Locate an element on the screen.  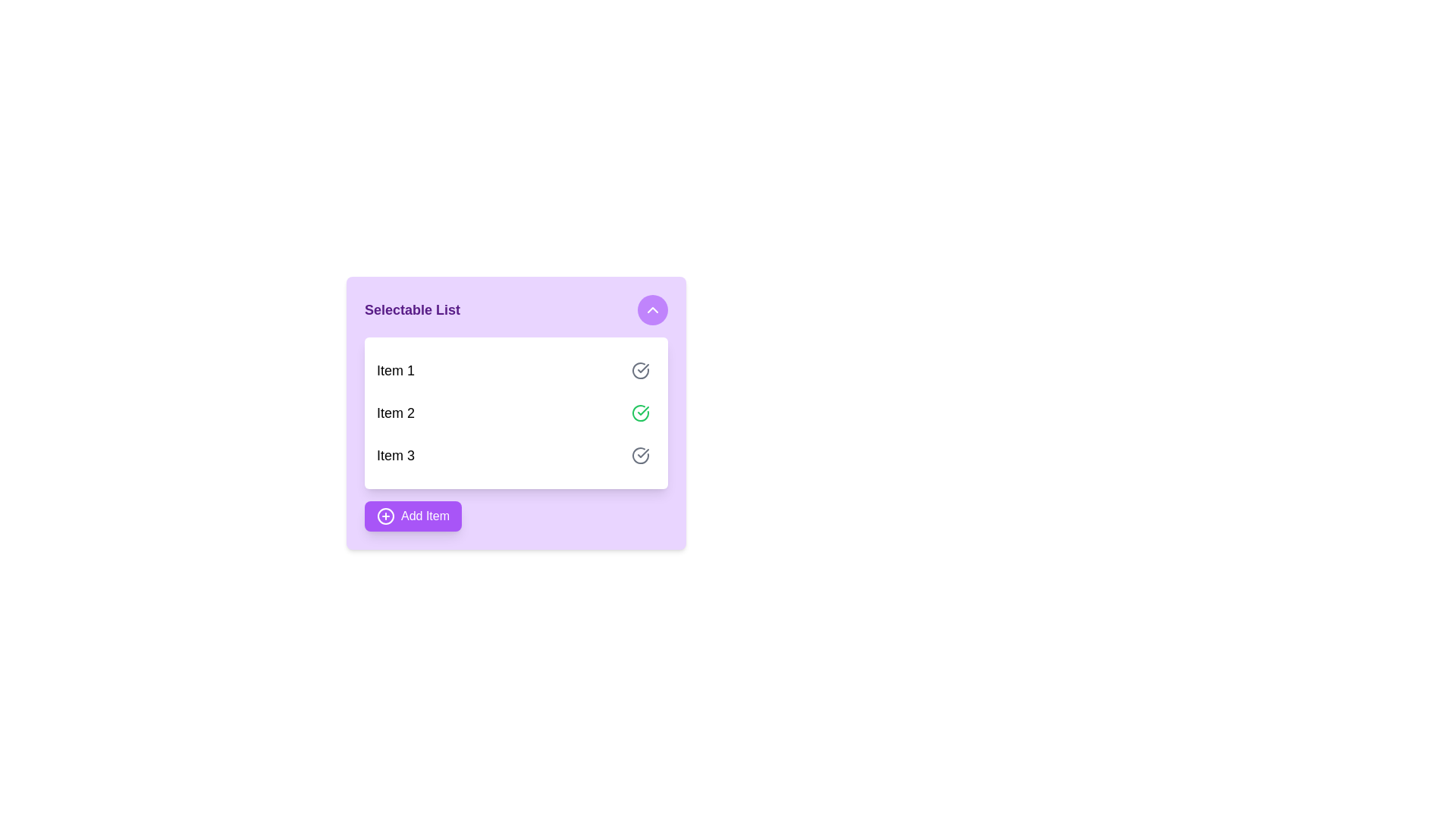
icon indicating the completed or active state of the list item, positioned to the right of 'Item 2', using developer tools is located at coordinates (640, 371).